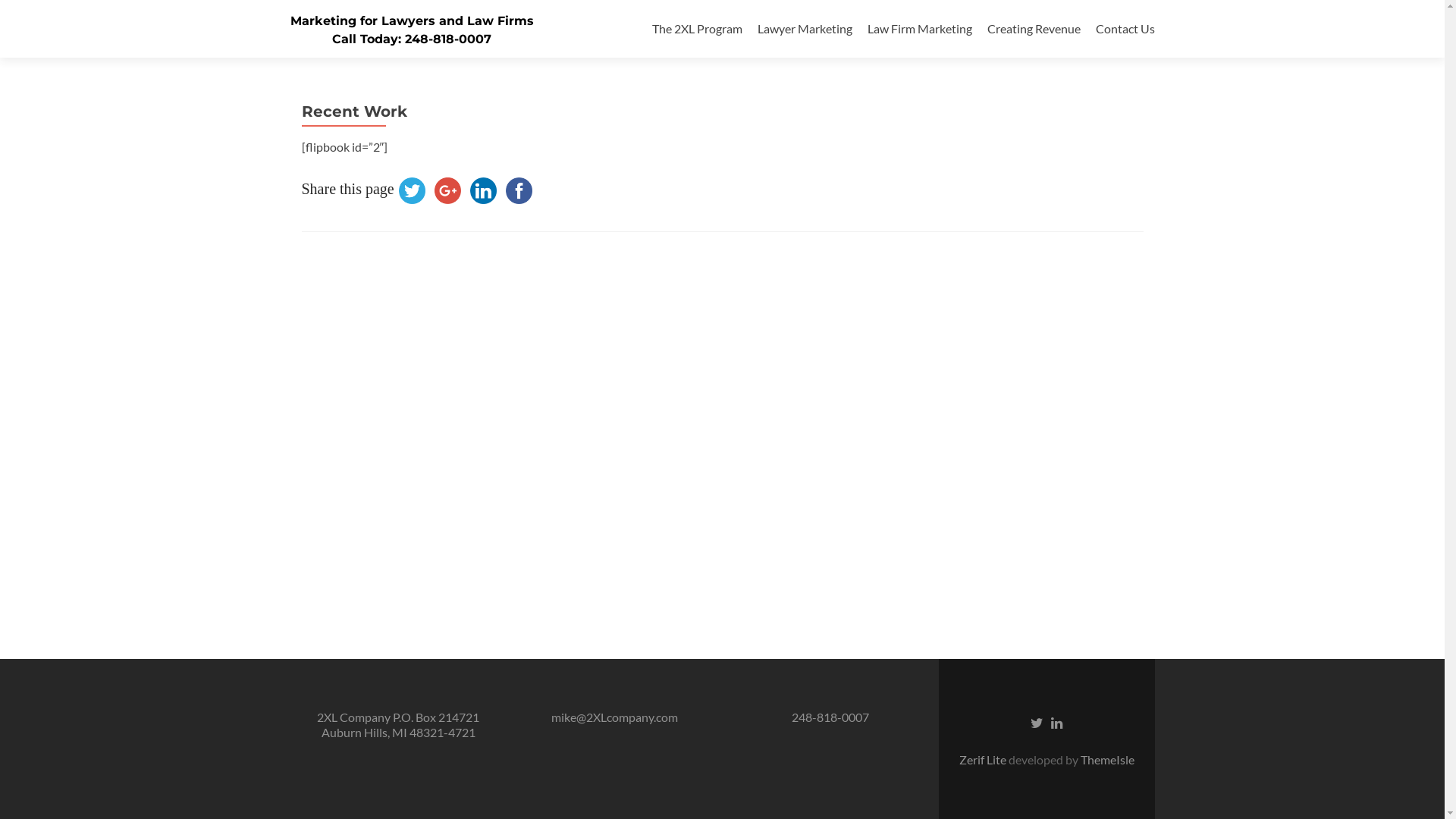 The width and height of the screenshot is (1456, 819). I want to click on 'Contact Us', so click(1125, 28).